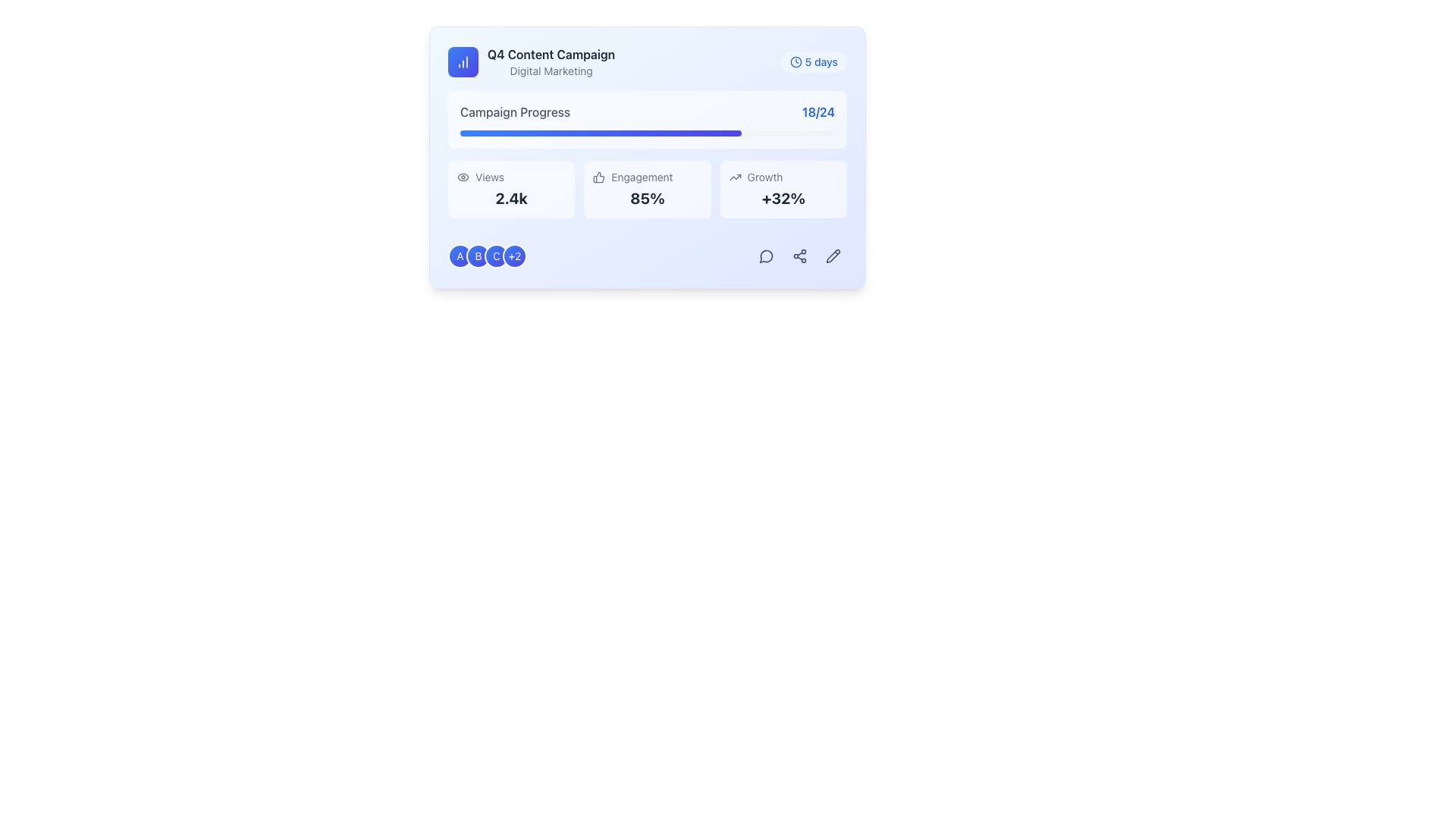  Describe the element at coordinates (767, 256) in the screenshot. I see `the speech bubble icon button to observe the hover effect of a semi-transparent white background and blue text color` at that location.